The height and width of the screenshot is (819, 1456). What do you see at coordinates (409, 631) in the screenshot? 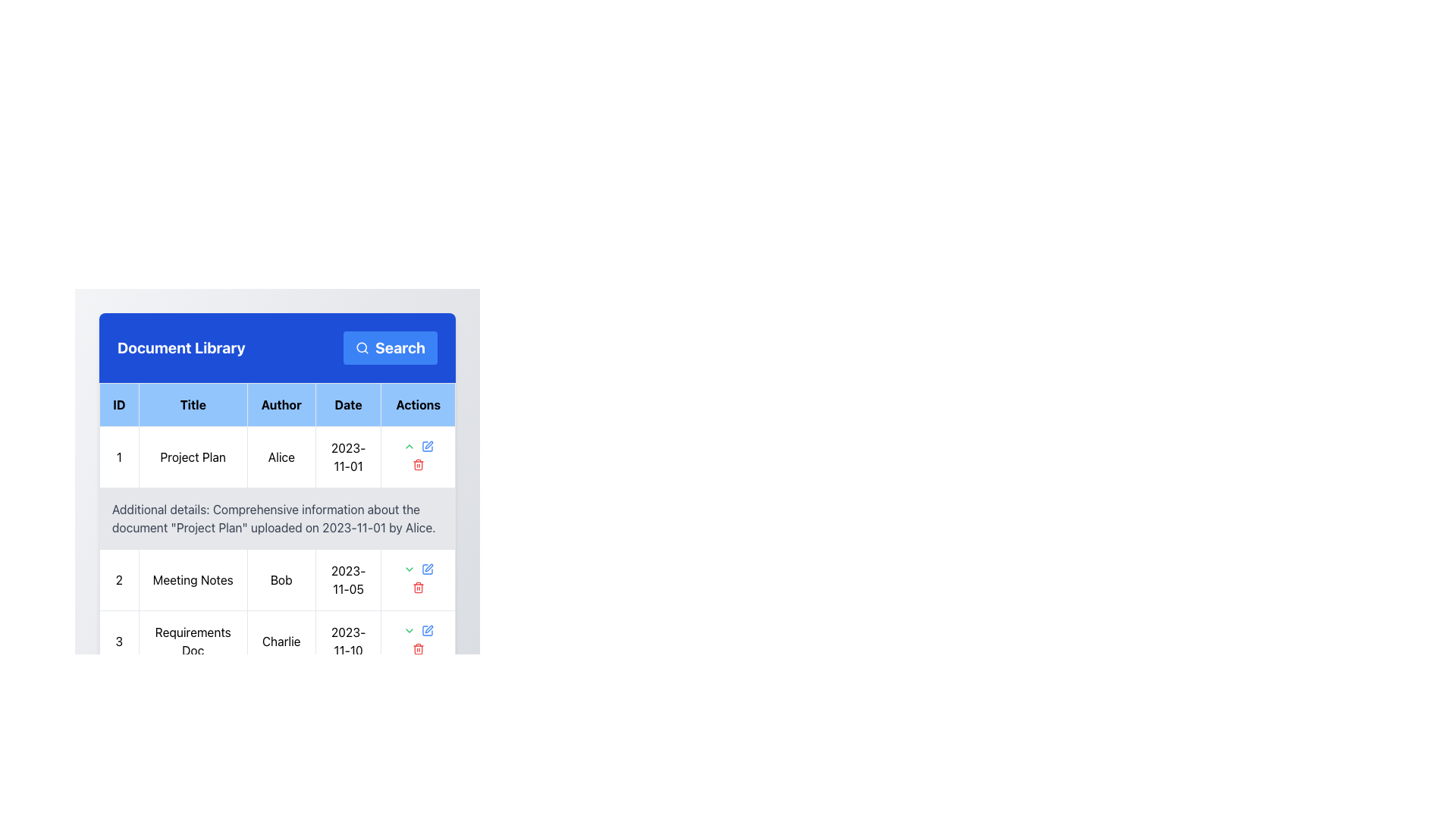
I see `the green downward arrow icon in the 'Actions' column of the document table next to 'Project Plan'` at bounding box center [409, 631].